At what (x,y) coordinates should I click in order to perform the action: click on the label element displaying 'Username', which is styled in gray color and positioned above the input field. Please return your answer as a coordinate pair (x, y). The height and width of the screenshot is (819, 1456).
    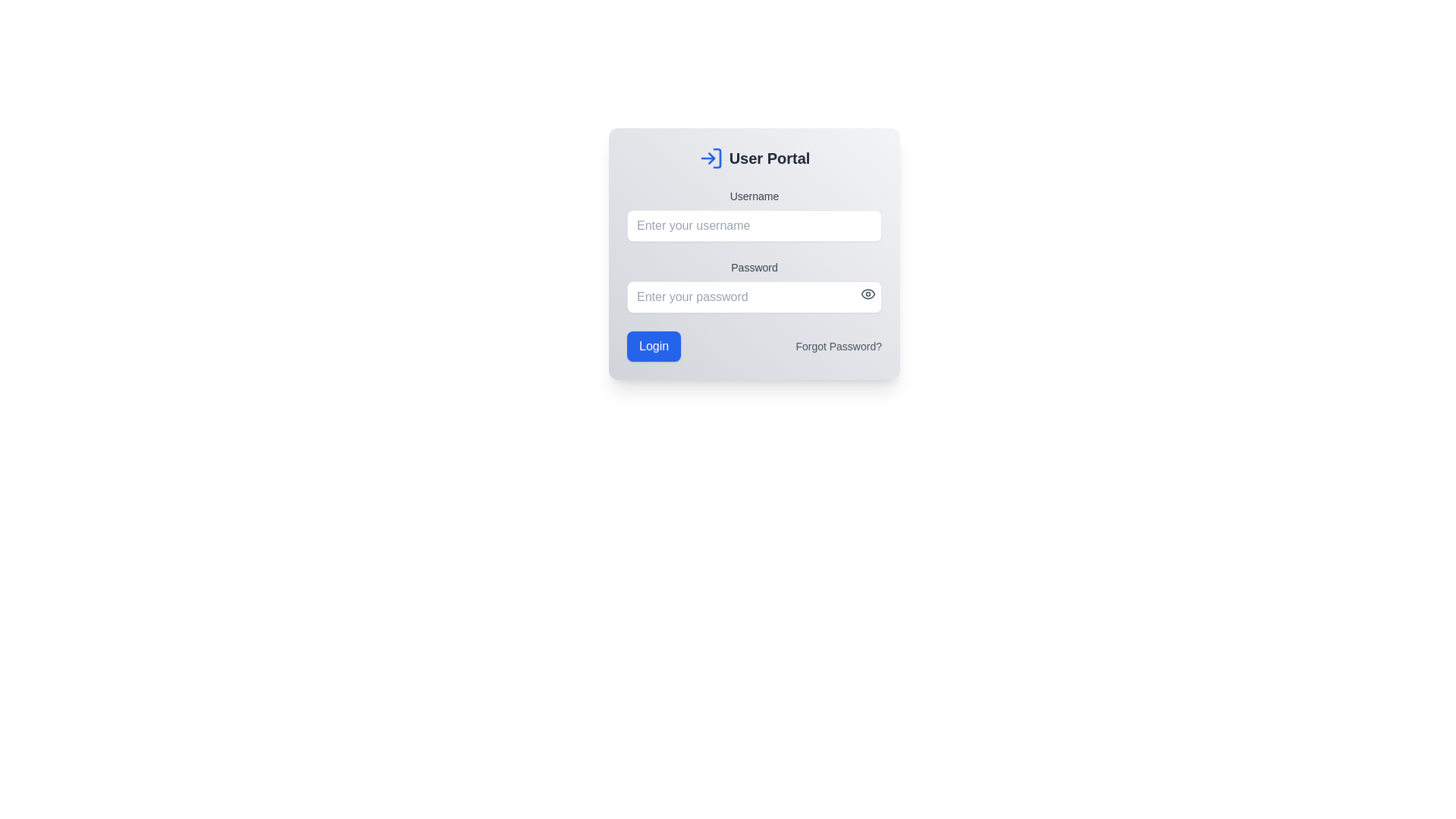
    Looking at the image, I should click on (754, 195).